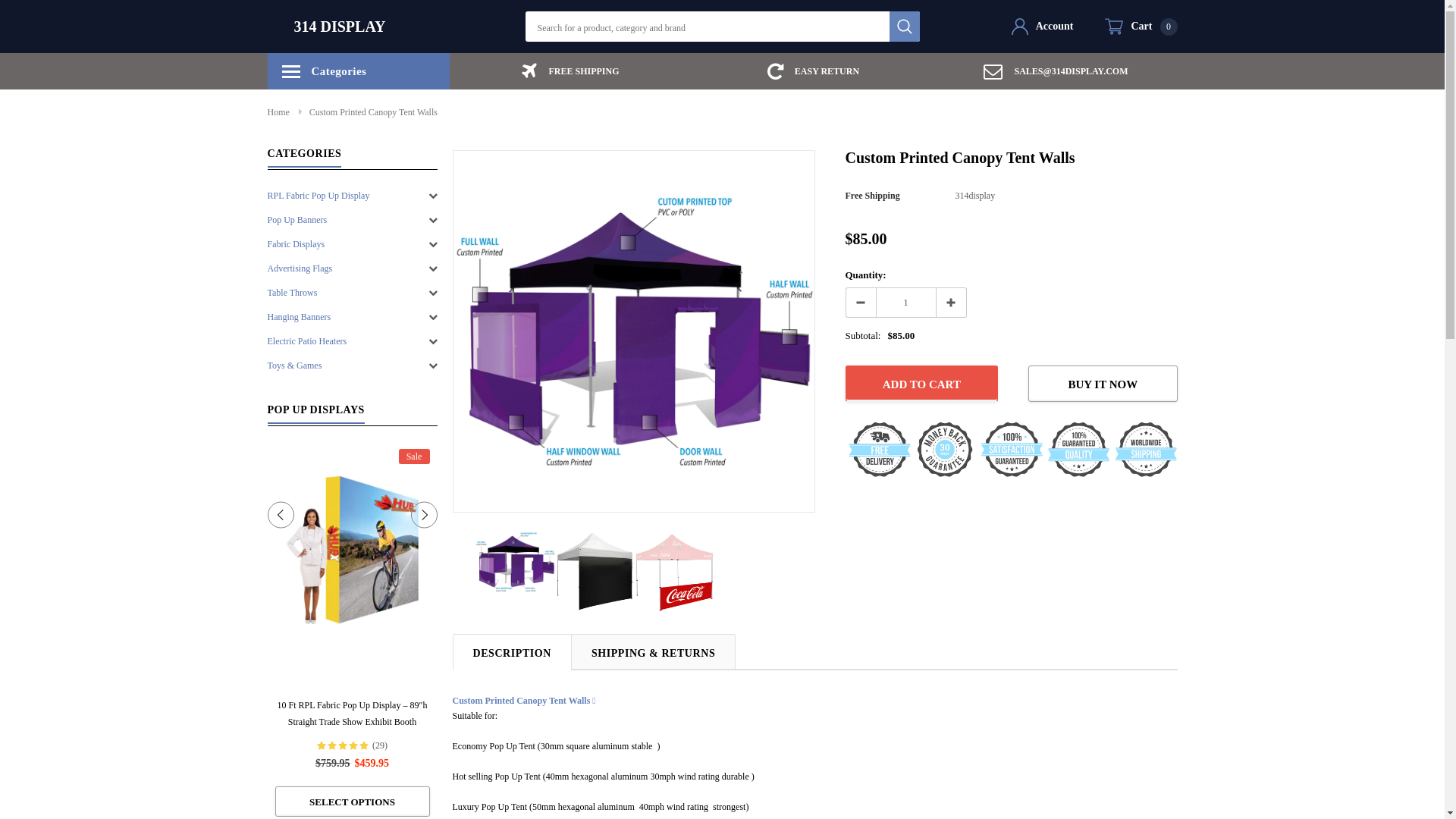  Describe the element at coordinates (295, 243) in the screenshot. I see `'Fabric Displays'` at that location.